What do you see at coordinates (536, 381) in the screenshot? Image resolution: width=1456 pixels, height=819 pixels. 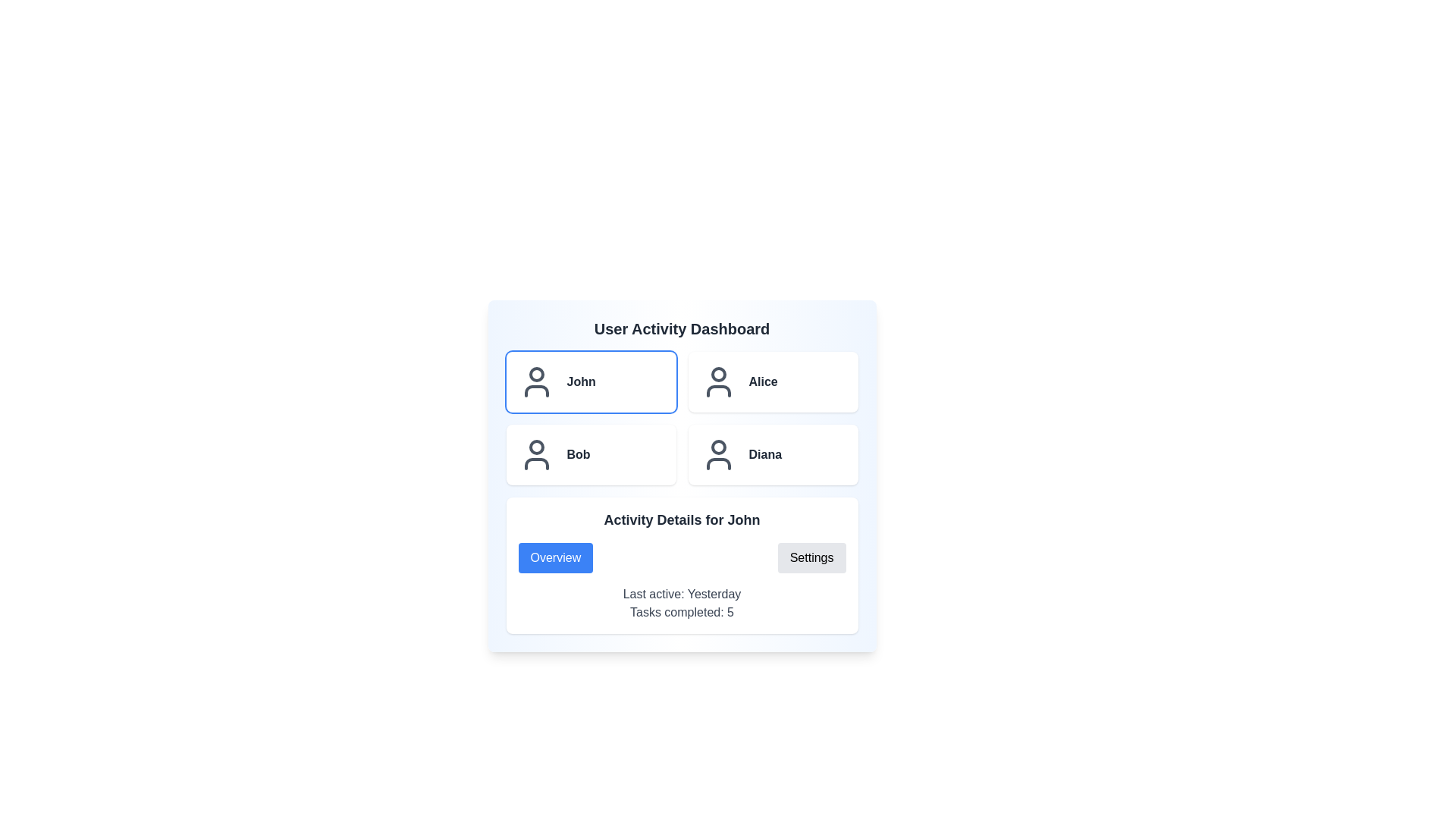 I see `the profile icon representing 'John' in the user activity dashboard, which is a minimalist gray person icon located in the upper left corner of the section` at bounding box center [536, 381].